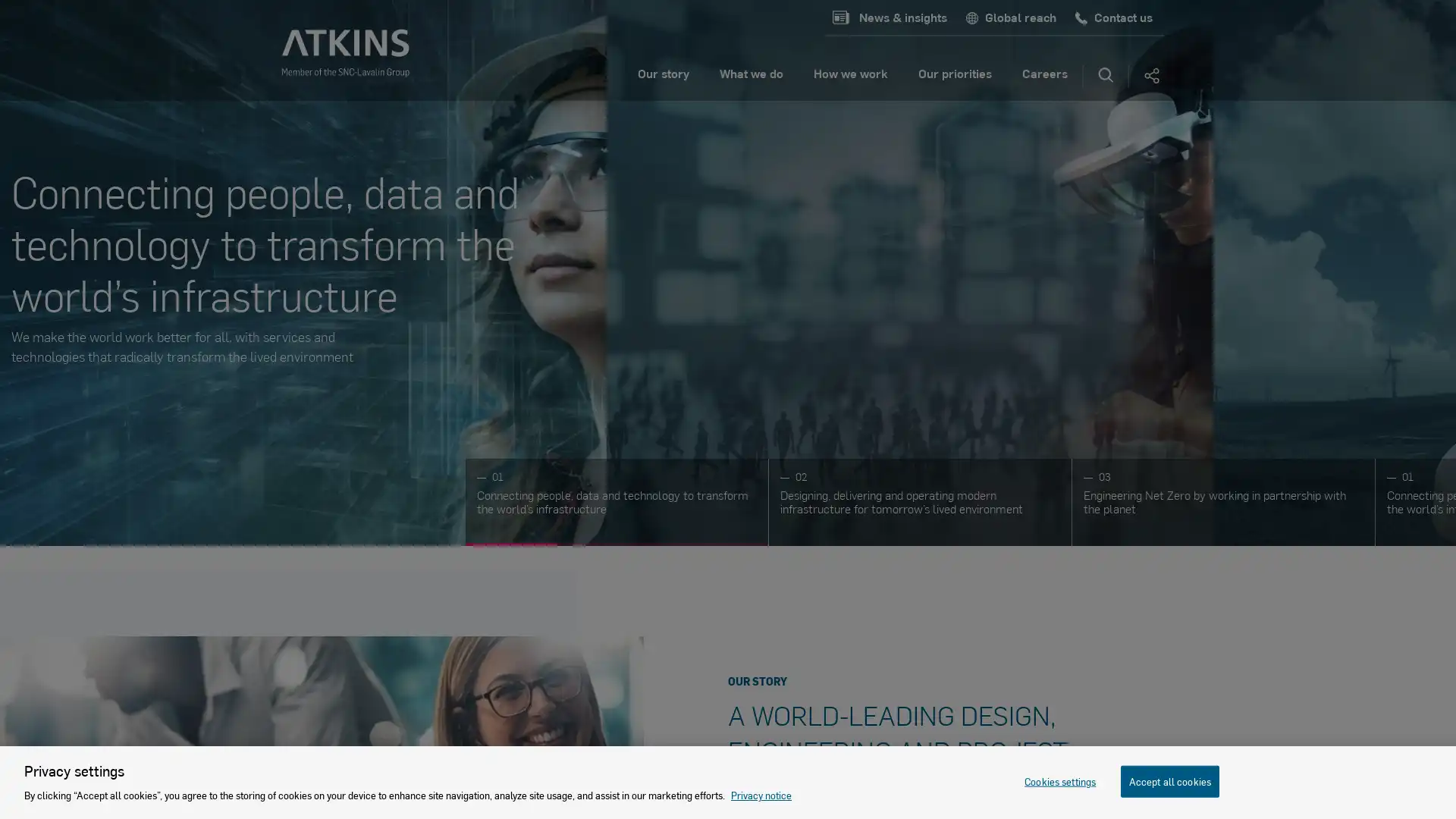  What do you see at coordinates (1059, 780) in the screenshot?
I see `Cookies settings` at bounding box center [1059, 780].